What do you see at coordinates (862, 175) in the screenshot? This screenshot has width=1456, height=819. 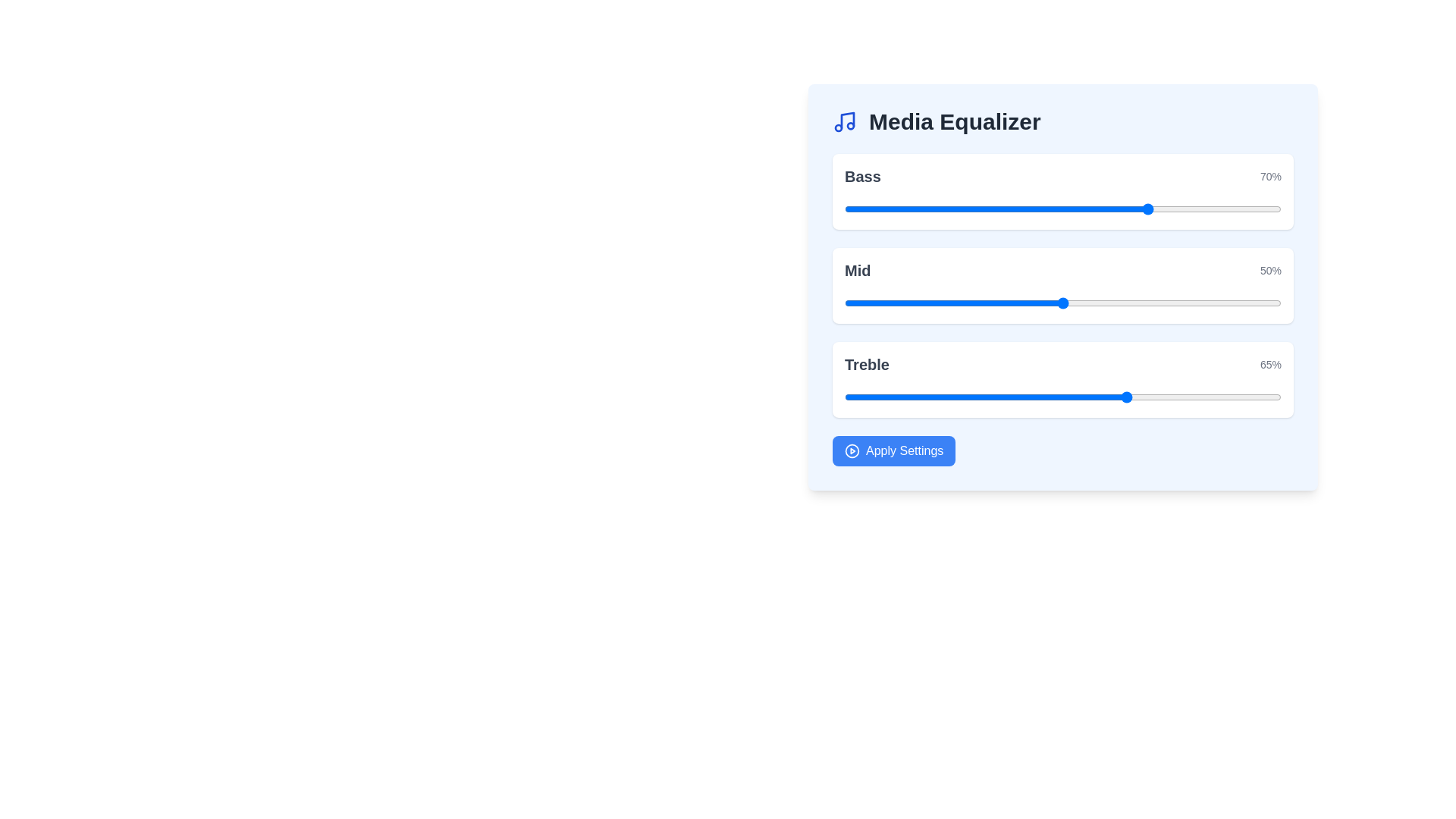 I see `the text label 'Bass' that describes the bass level adjustment in the media equalizer interface, located at the top of the vertical list` at bounding box center [862, 175].